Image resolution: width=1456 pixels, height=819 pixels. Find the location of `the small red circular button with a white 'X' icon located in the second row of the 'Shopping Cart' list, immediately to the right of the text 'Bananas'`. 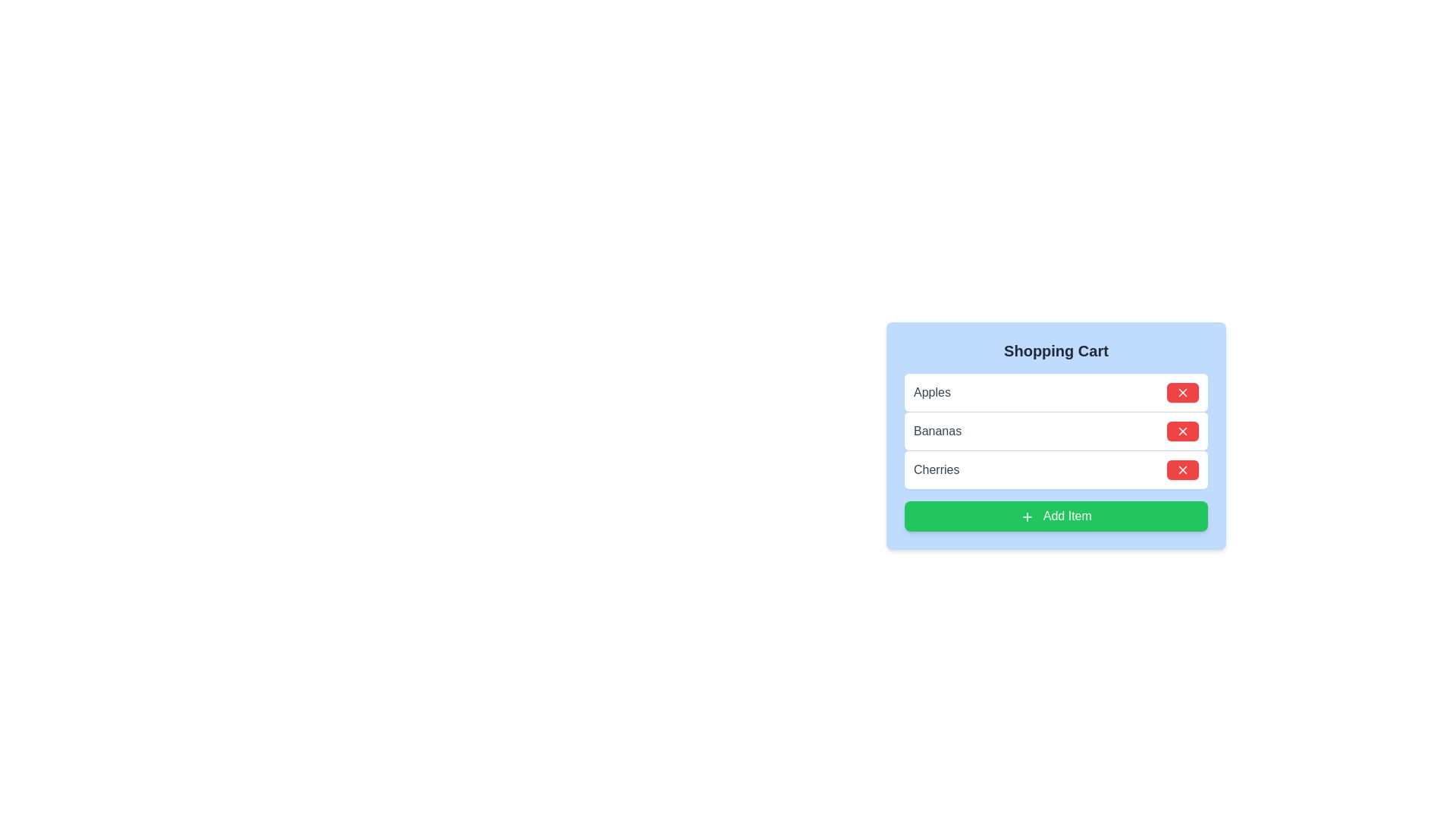

the small red circular button with a white 'X' icon located in the second row of the 'Shopping Cart' list, immediately to the right of the text 'Bananas' is located at coordinates (1182, 431).